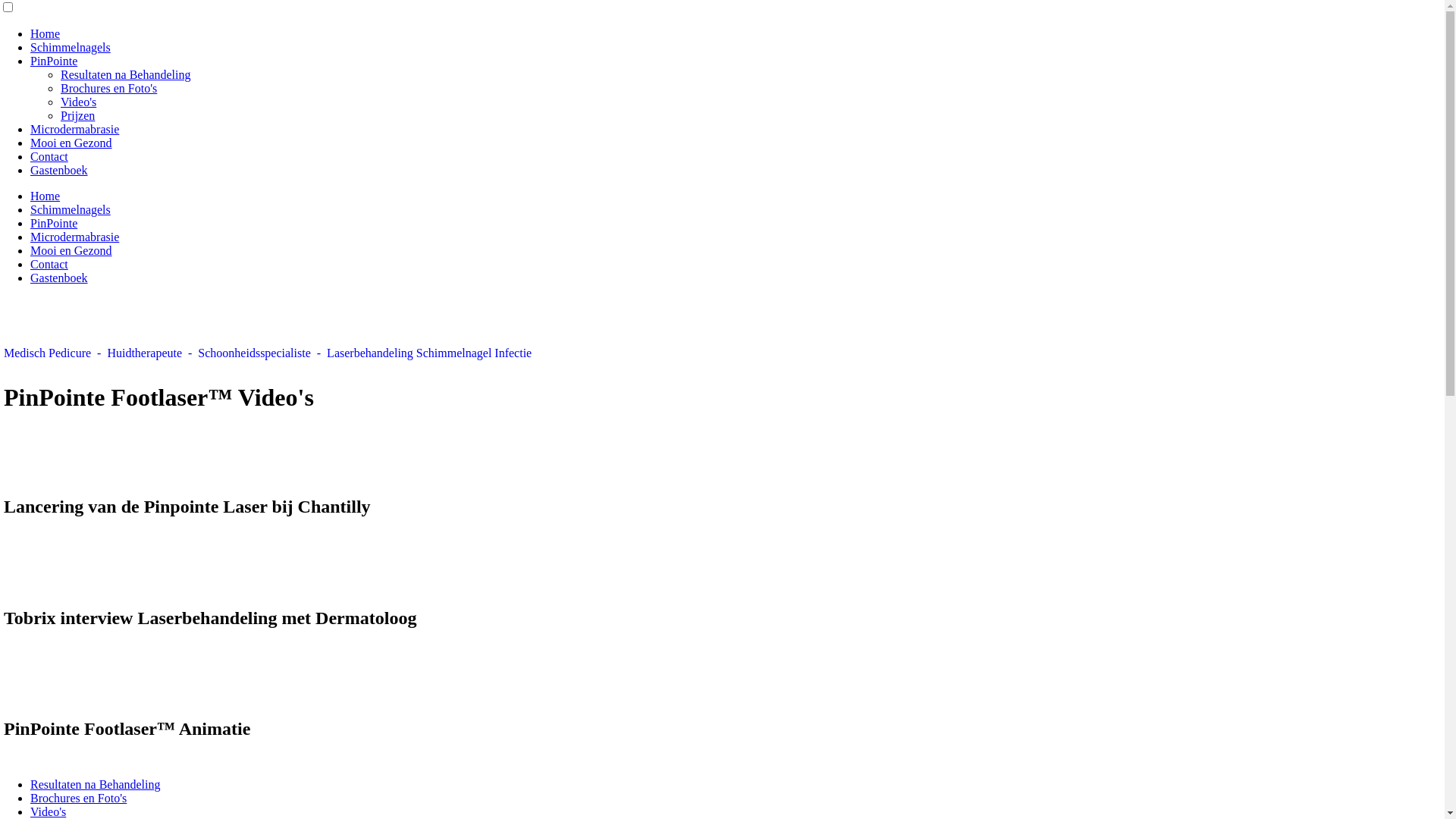 This screenshot has width=1456, height=819. What do you see at coordinates (74, 237) in the screenshot?
I see `'Microdermabrasie'` at bounding box center [74, 237].